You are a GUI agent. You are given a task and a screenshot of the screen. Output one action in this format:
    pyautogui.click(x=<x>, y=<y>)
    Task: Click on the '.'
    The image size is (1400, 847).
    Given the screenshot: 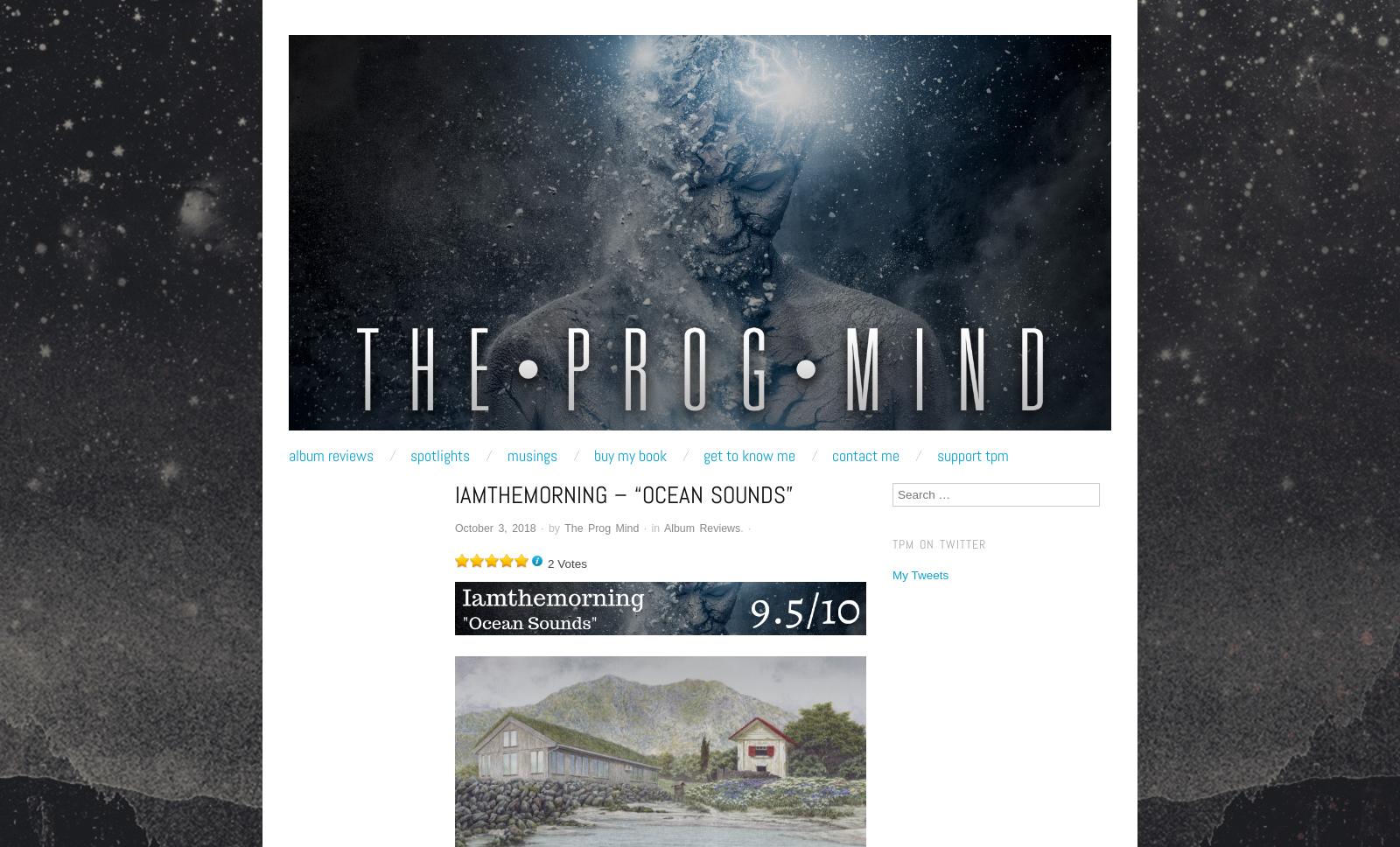 What is the action you would take?
    pyautogui.click(x=743, y=527)
    